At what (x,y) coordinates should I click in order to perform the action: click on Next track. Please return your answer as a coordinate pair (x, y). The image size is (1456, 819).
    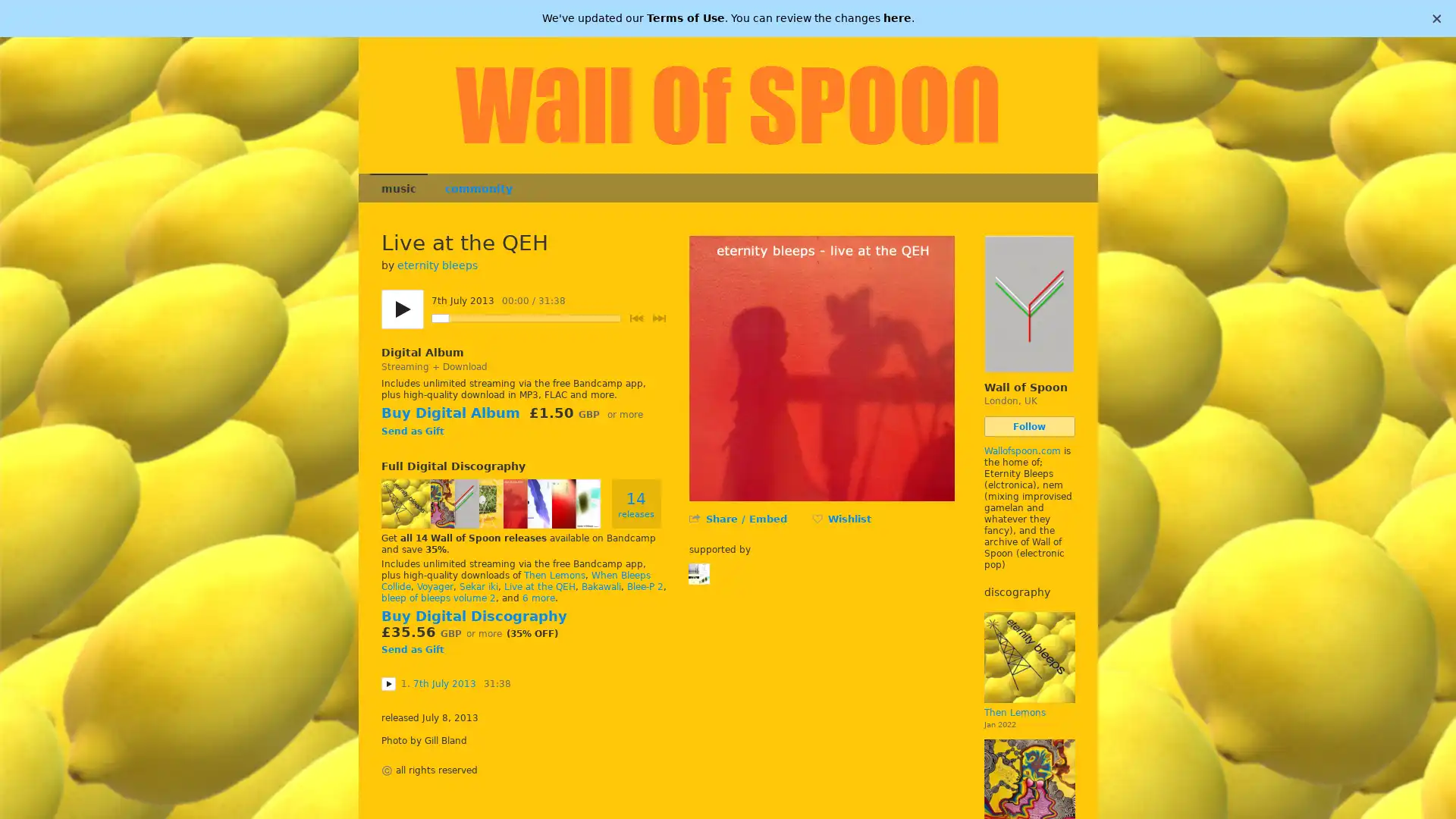
    Looking at the image, I should click on (658, 318).